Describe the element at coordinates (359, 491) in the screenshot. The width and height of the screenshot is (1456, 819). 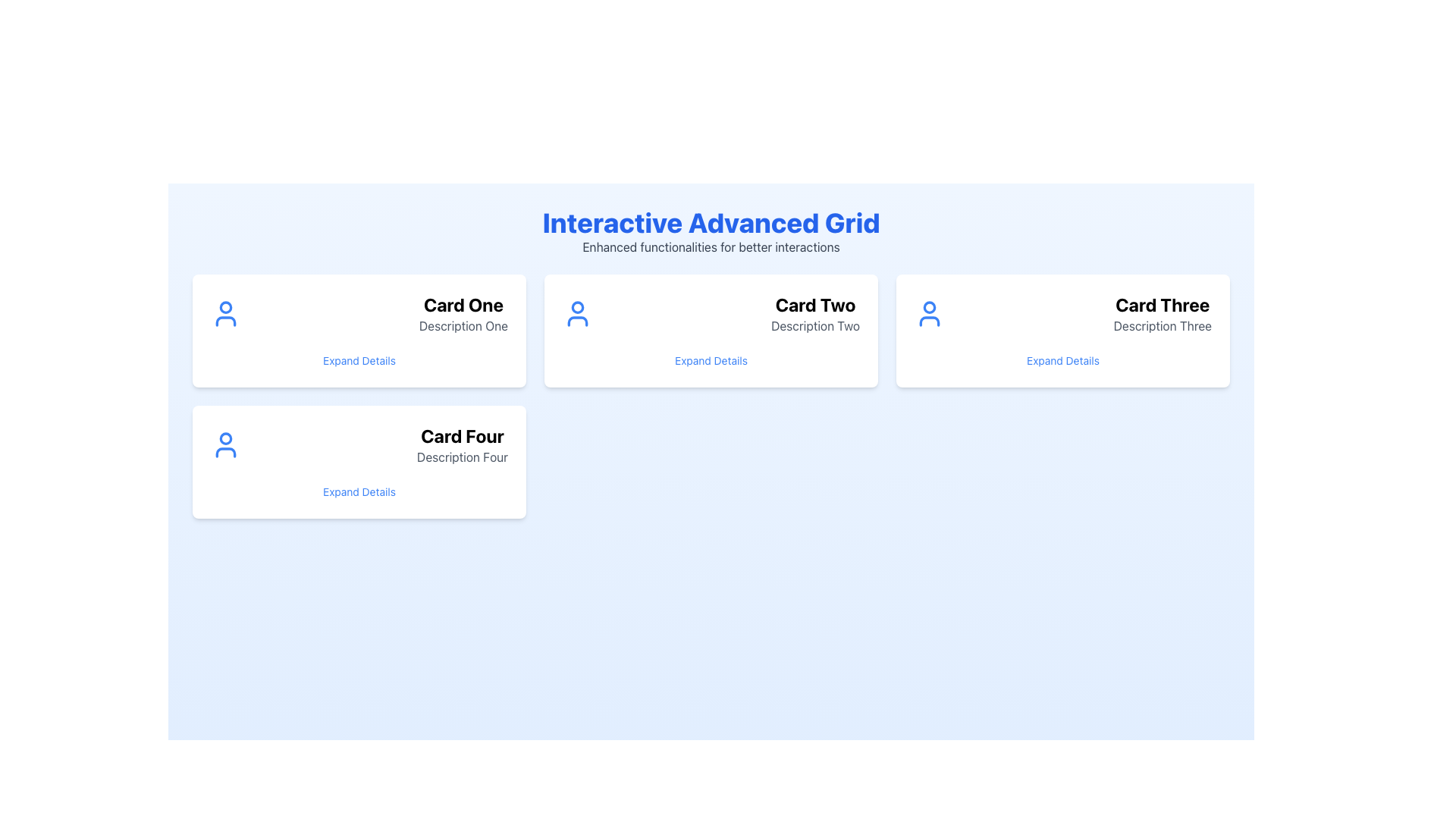
I see `the navigational link at the bottom of the fourth card in the grid layout to underline it` at that location.